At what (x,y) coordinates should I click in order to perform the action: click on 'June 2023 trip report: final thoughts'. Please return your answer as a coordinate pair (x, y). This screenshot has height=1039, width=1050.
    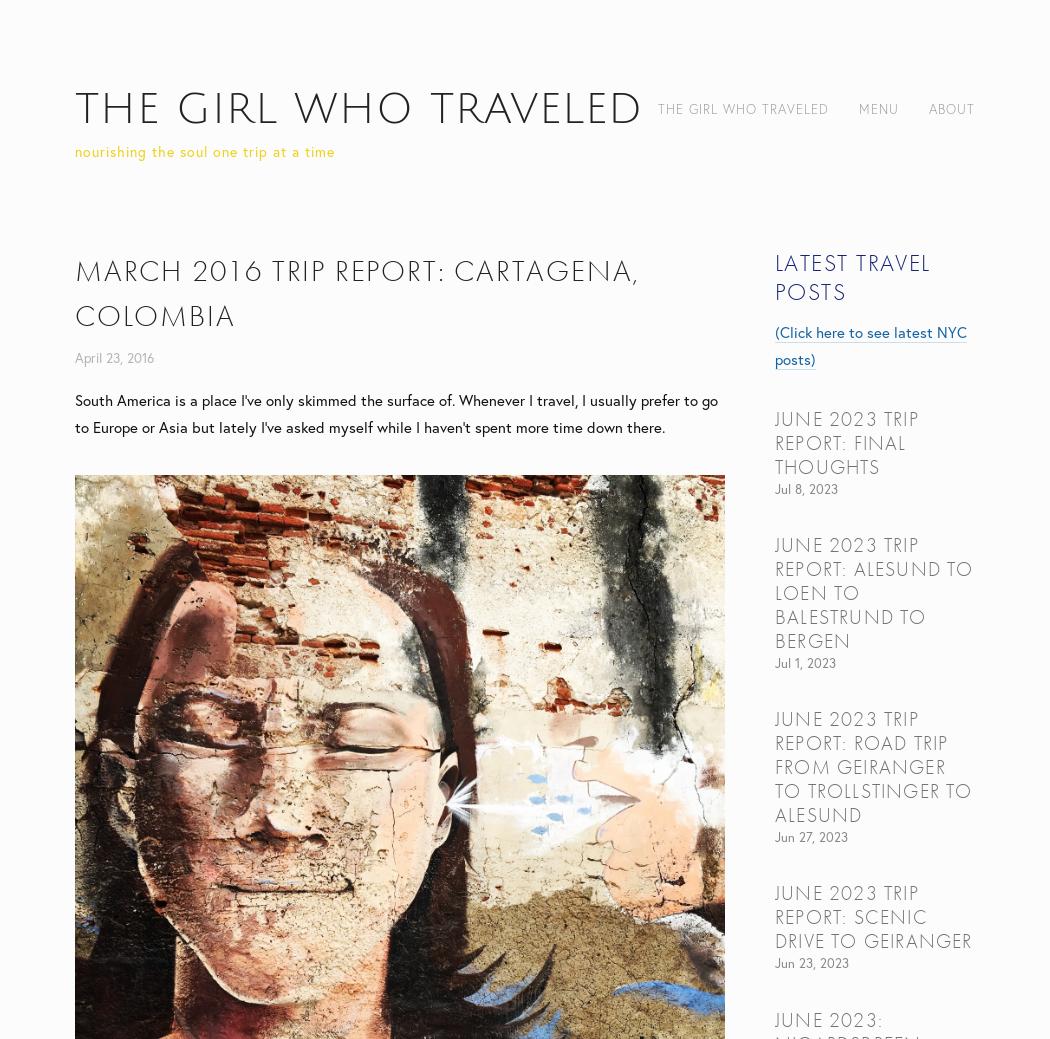
    Looking at the image, I should click on (846, 440).